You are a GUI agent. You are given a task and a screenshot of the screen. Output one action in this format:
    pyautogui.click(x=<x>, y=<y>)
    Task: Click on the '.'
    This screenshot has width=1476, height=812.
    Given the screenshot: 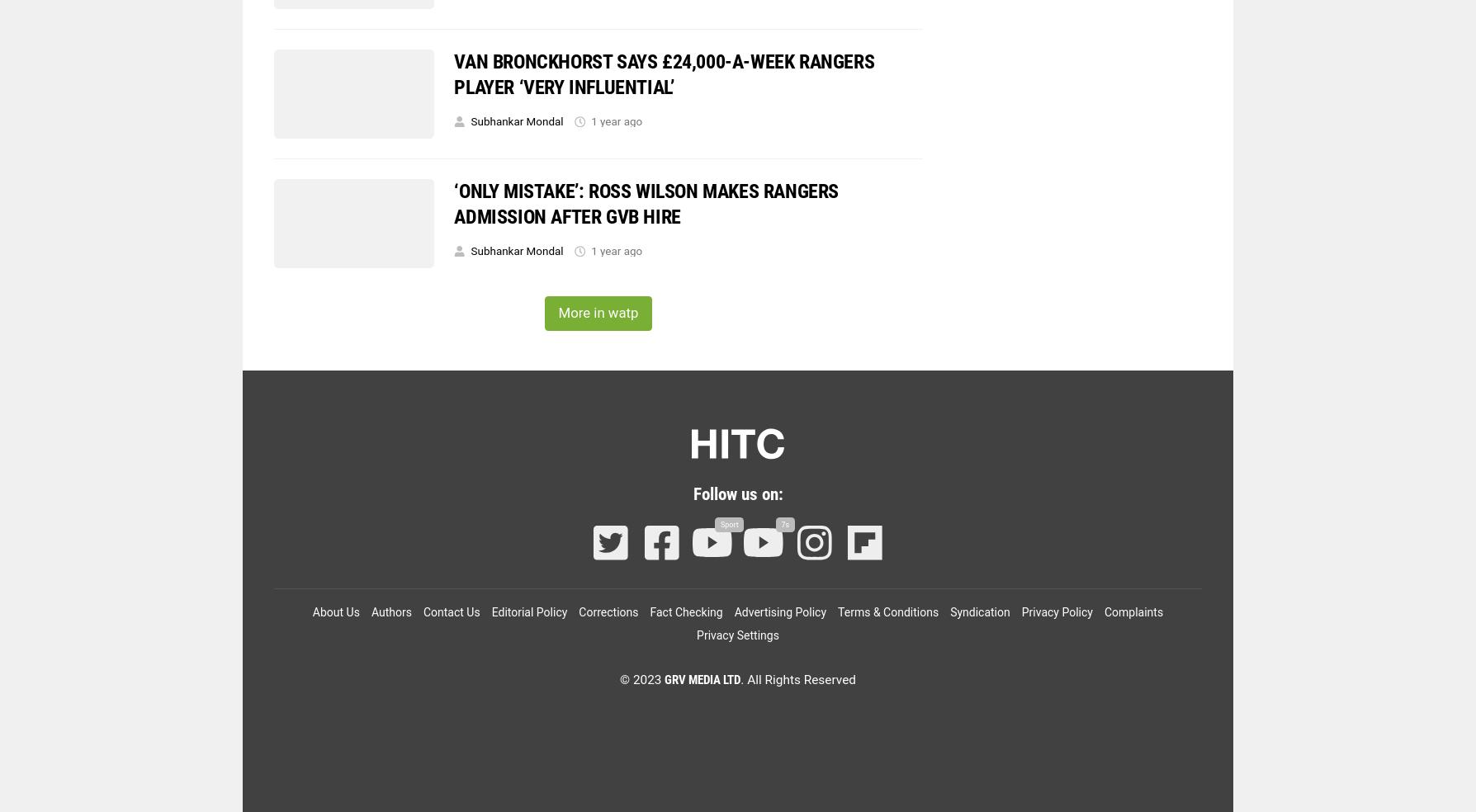 What is the action you would take?
    pyautogui.click(x=742, y=679)
    